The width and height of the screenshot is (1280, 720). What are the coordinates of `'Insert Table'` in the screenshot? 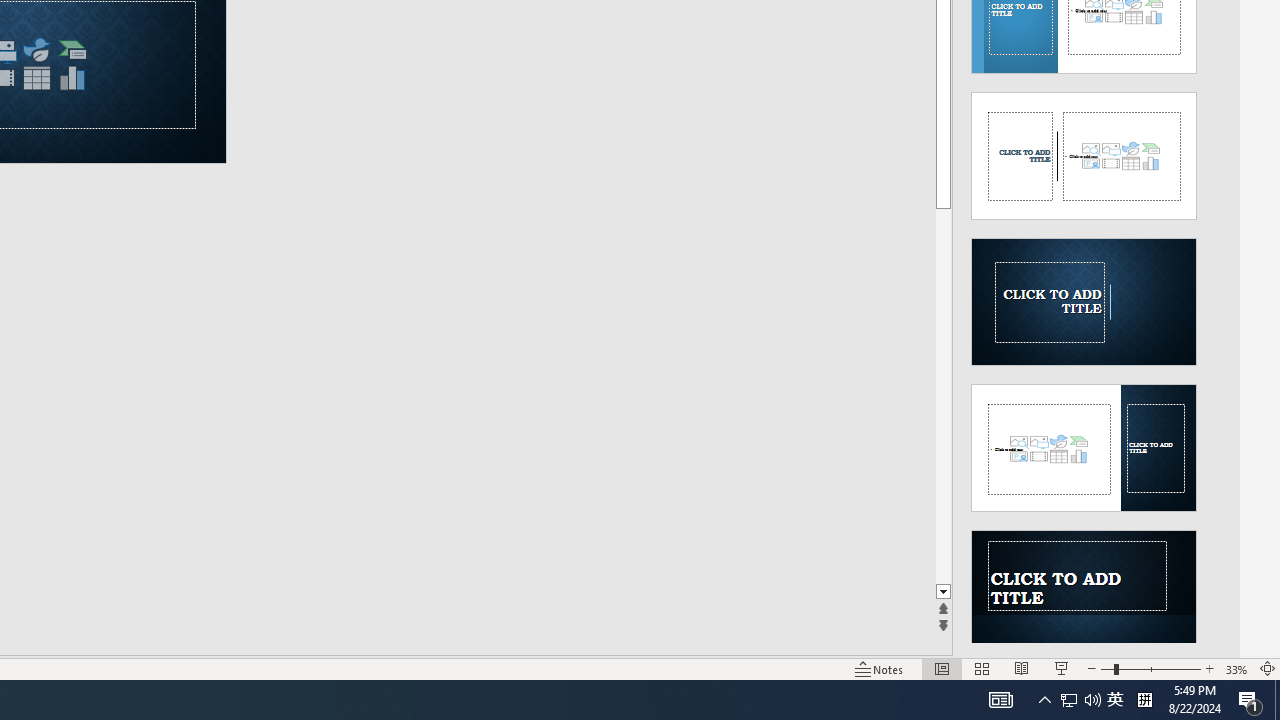 It's located at (36, 77).